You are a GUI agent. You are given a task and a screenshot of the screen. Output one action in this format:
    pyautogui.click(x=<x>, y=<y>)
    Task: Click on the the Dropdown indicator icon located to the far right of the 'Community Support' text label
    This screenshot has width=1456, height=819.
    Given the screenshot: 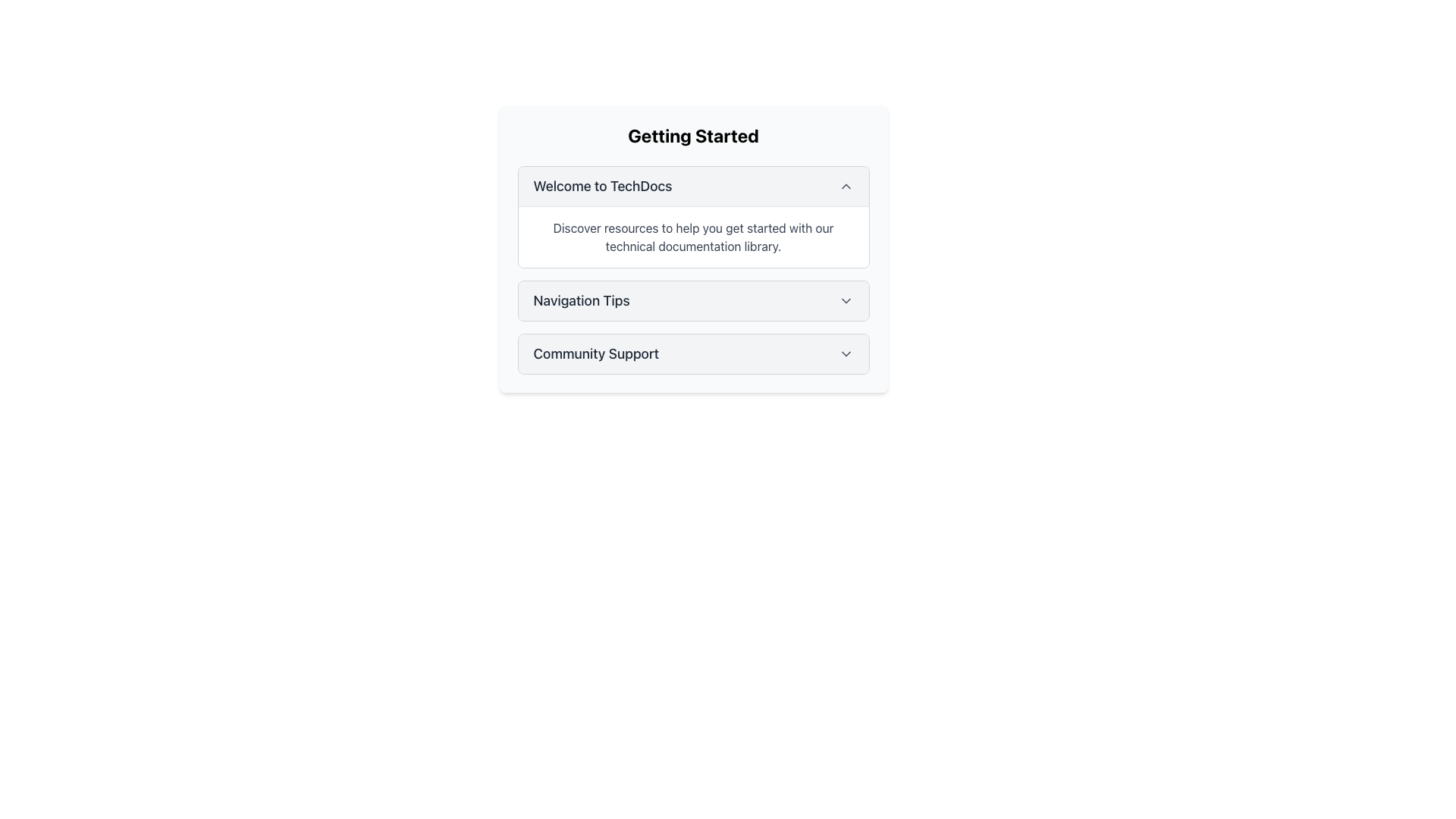 What is the action you would take?
    pyautogui.click(x=845, y=353)
    